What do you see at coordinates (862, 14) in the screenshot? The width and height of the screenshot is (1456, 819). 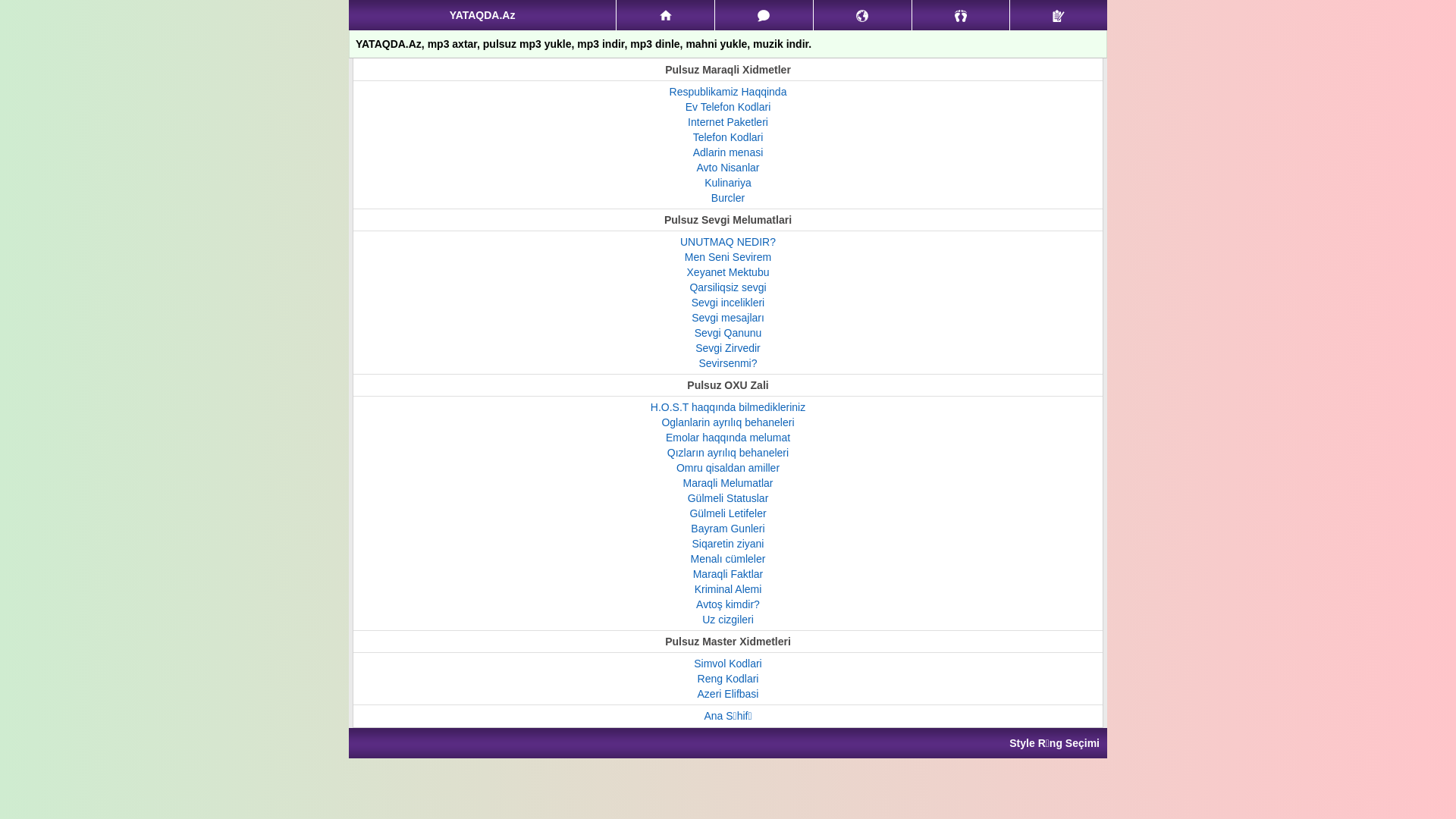 I see `'Bildirisler'` at bounding box center [862, 14].